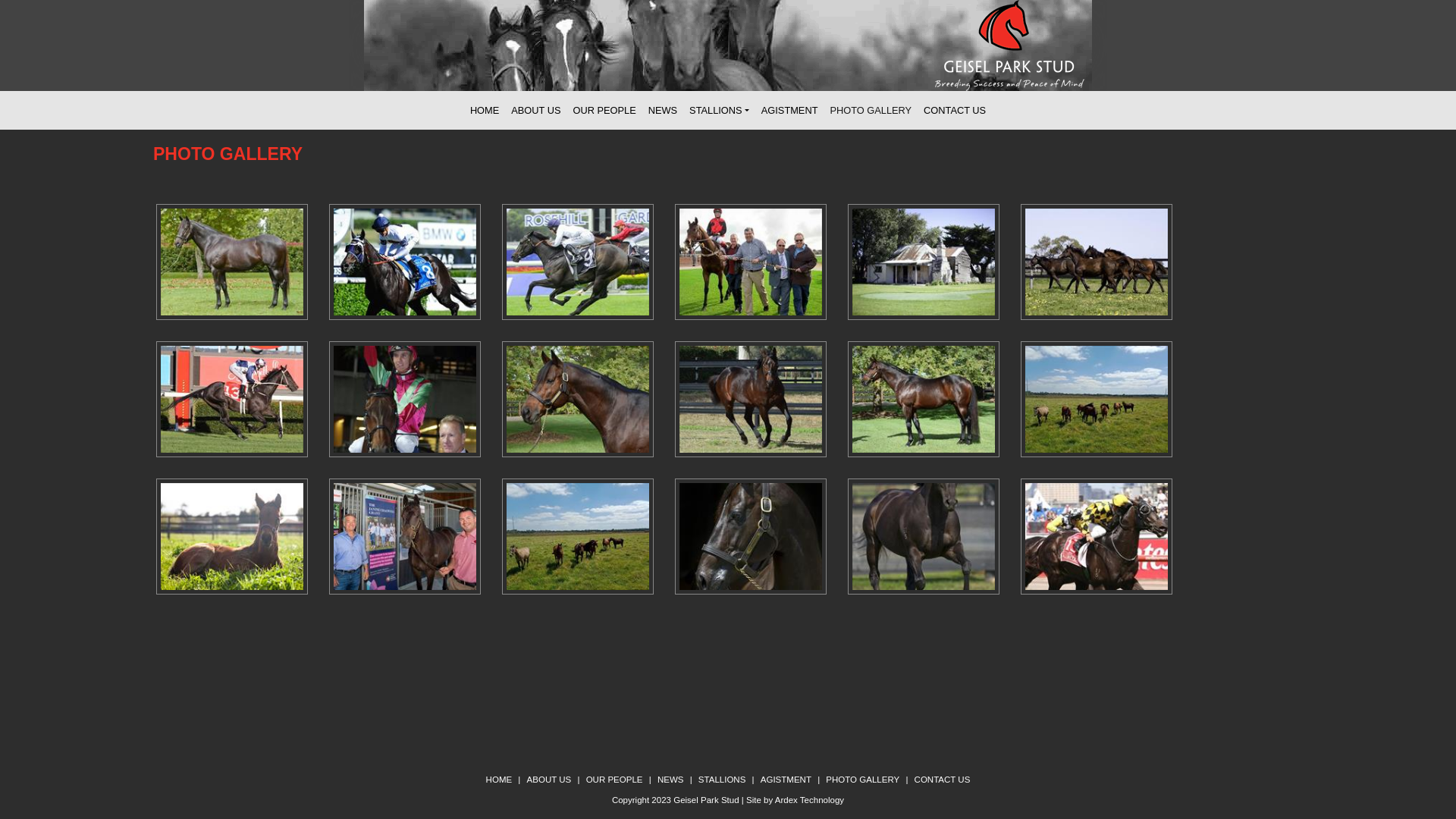 This screenshot has height=819, width=1456. I want to click on 'AGISTMENT', so click(789, 109).